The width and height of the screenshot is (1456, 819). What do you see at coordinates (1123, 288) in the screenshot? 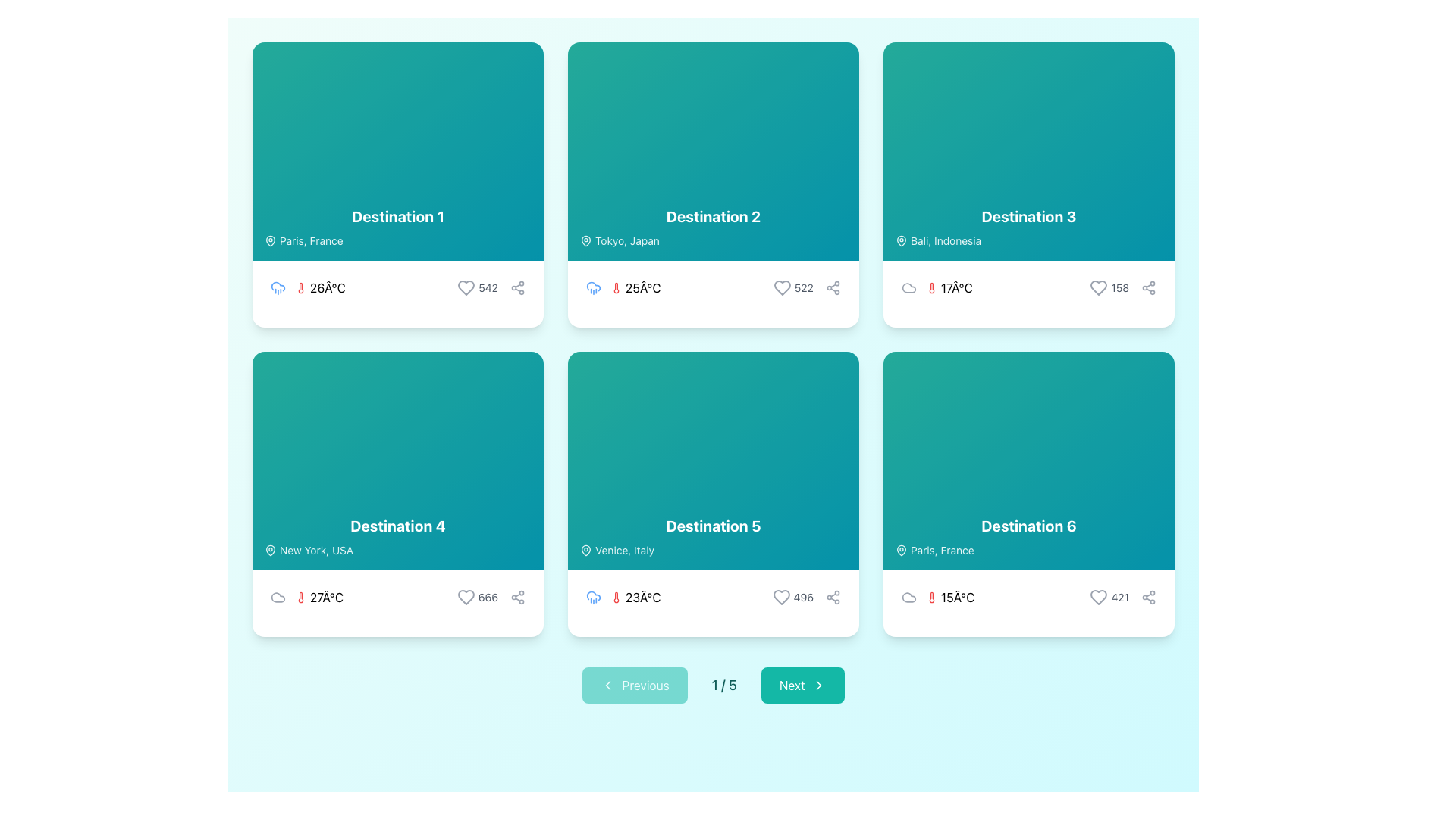
I see `the like count displayed next to the heart icon for the 'Destination 3' card located in the bottom-right section of the card` at bounding box center [1123, 288].